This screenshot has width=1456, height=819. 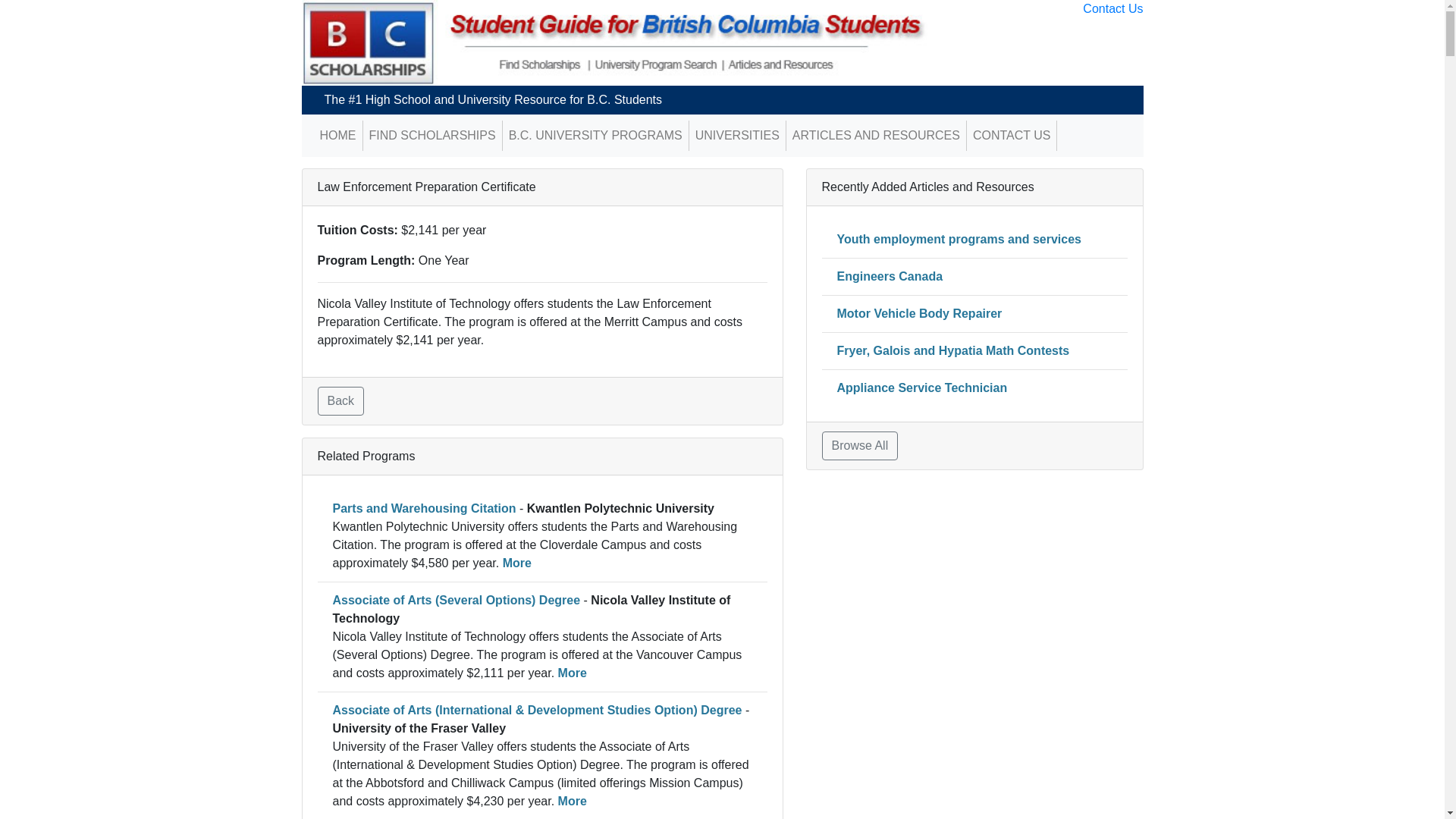 What do you see at coordinates (1012, 134) in the screenshot?
I see `'CONTACT US'` at bounding box center [1012, 134].